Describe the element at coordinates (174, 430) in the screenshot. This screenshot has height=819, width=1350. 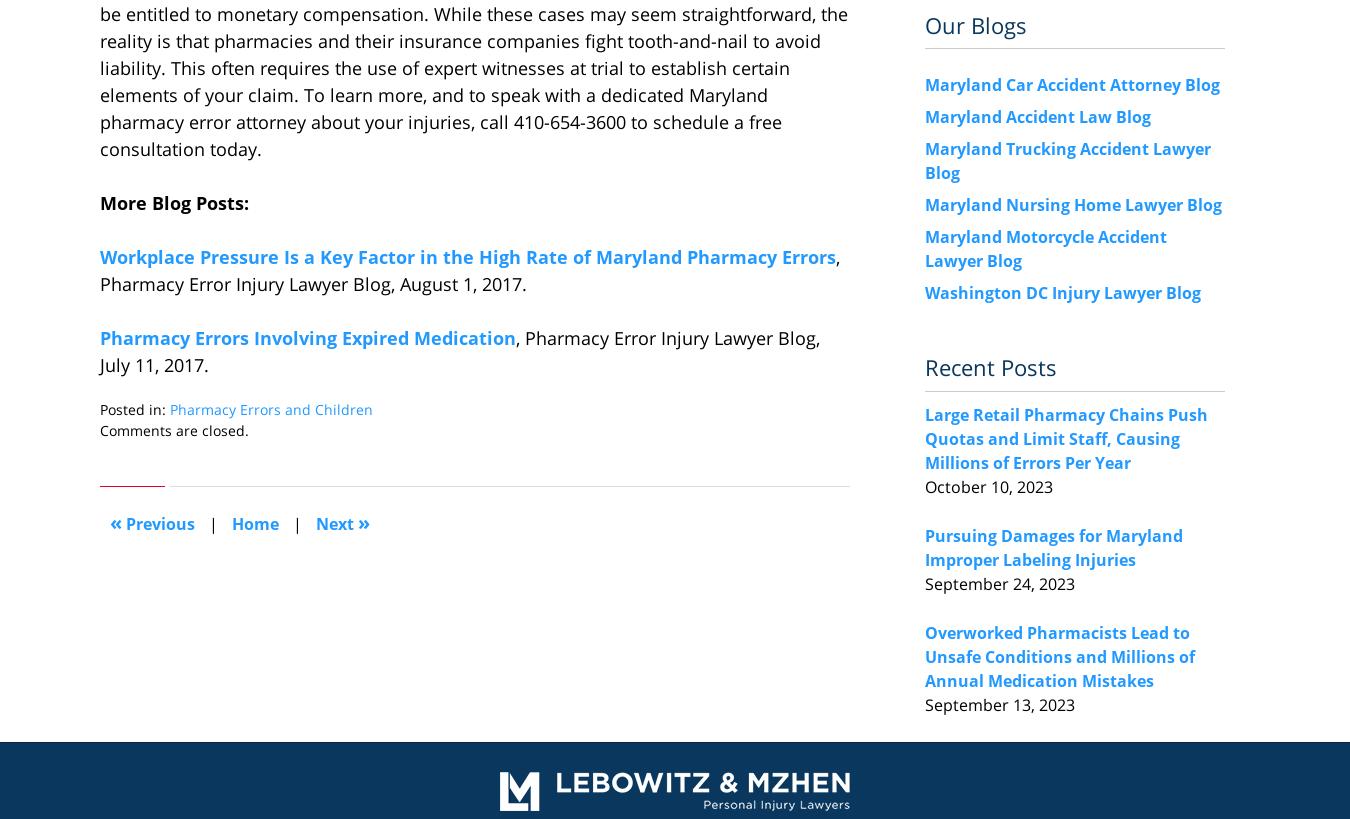
I see `'Comments are closed.'` at that location.